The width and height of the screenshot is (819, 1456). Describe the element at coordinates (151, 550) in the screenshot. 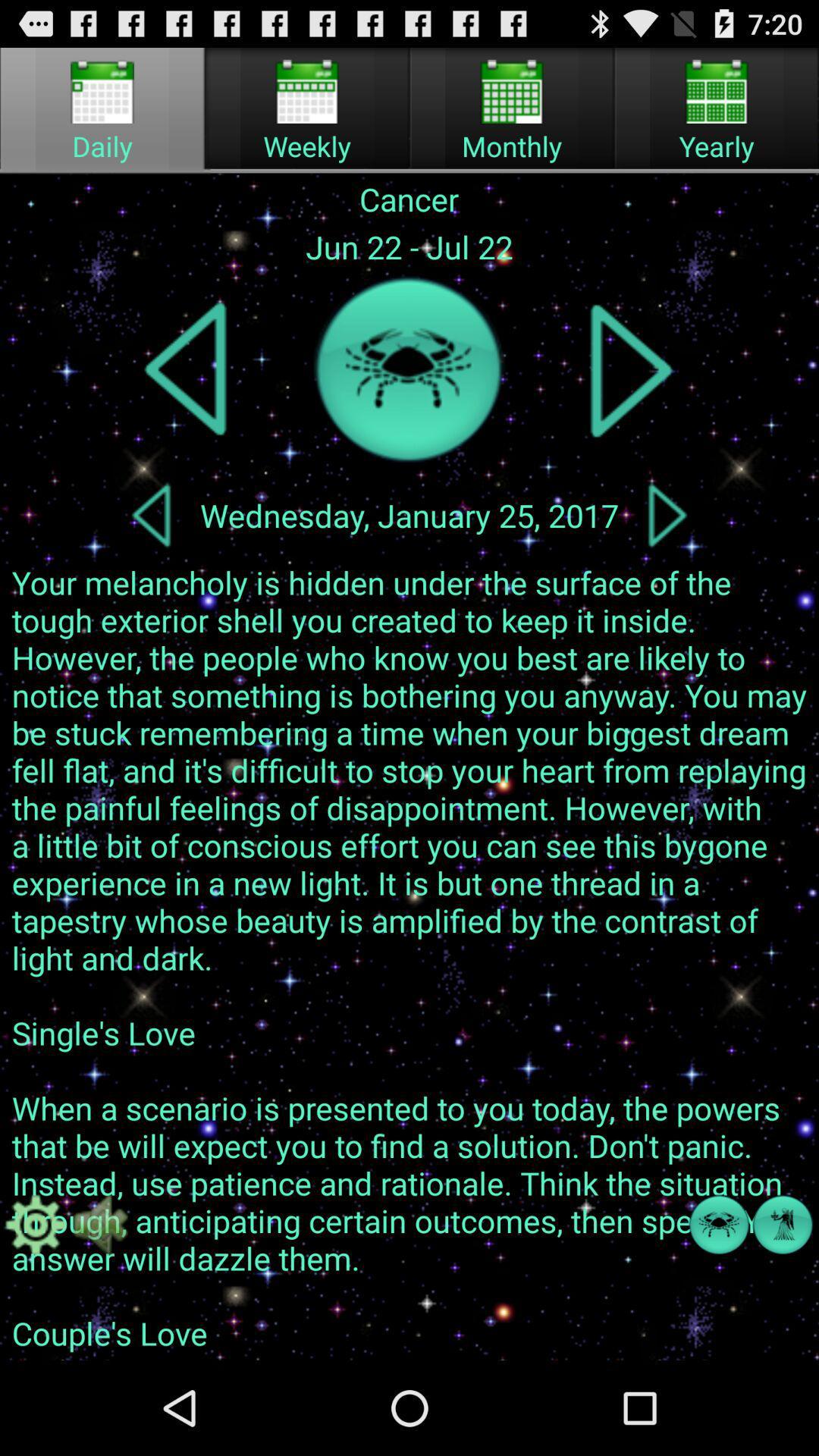

I see `the arrow_backward icon` at that location.